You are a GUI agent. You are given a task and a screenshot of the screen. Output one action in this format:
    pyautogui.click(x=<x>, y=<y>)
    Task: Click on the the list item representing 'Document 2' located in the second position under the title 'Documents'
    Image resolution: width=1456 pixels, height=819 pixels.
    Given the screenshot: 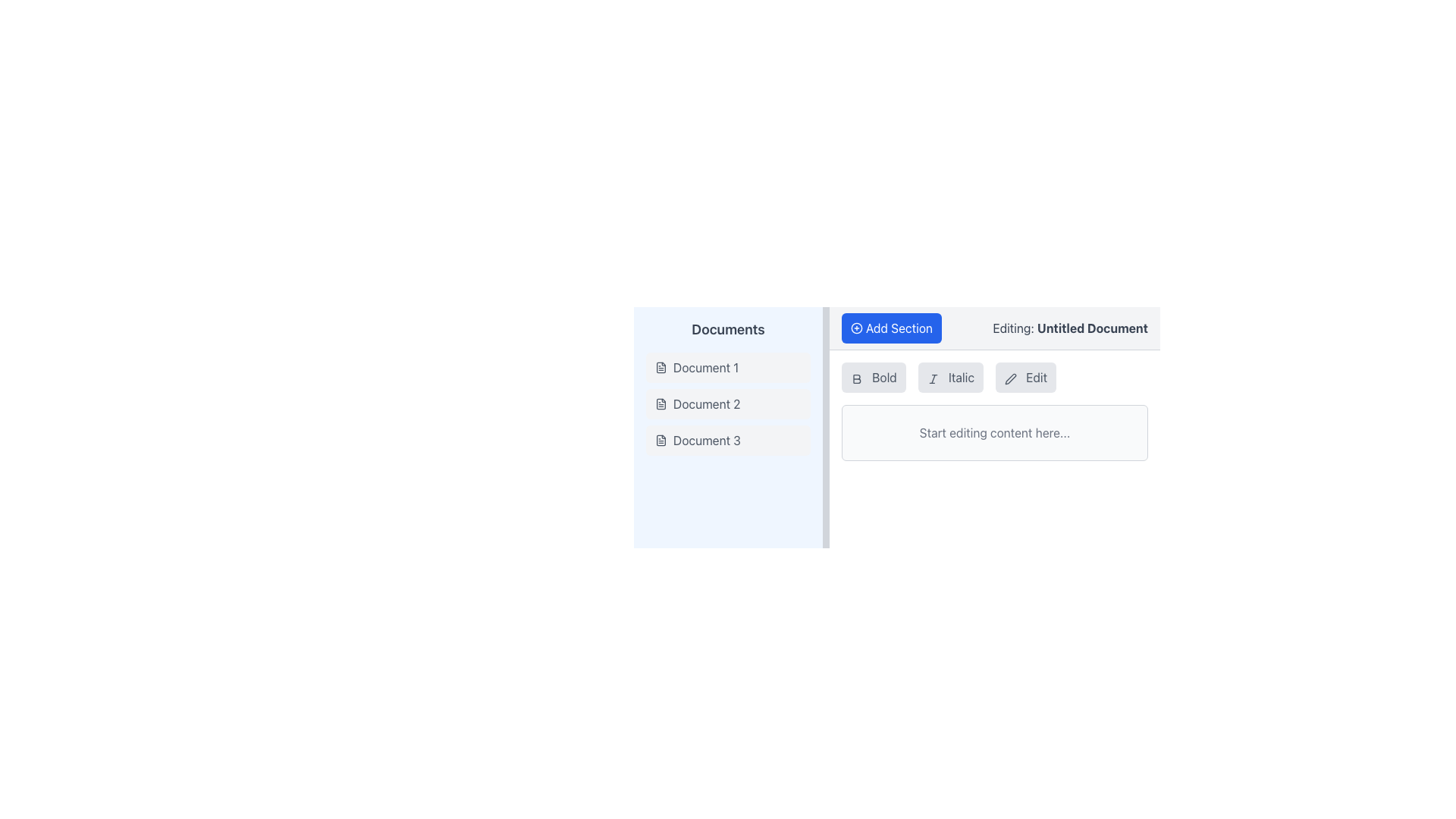 What is the action you would take?
    pyautogui.click(x=728, y=403)
    